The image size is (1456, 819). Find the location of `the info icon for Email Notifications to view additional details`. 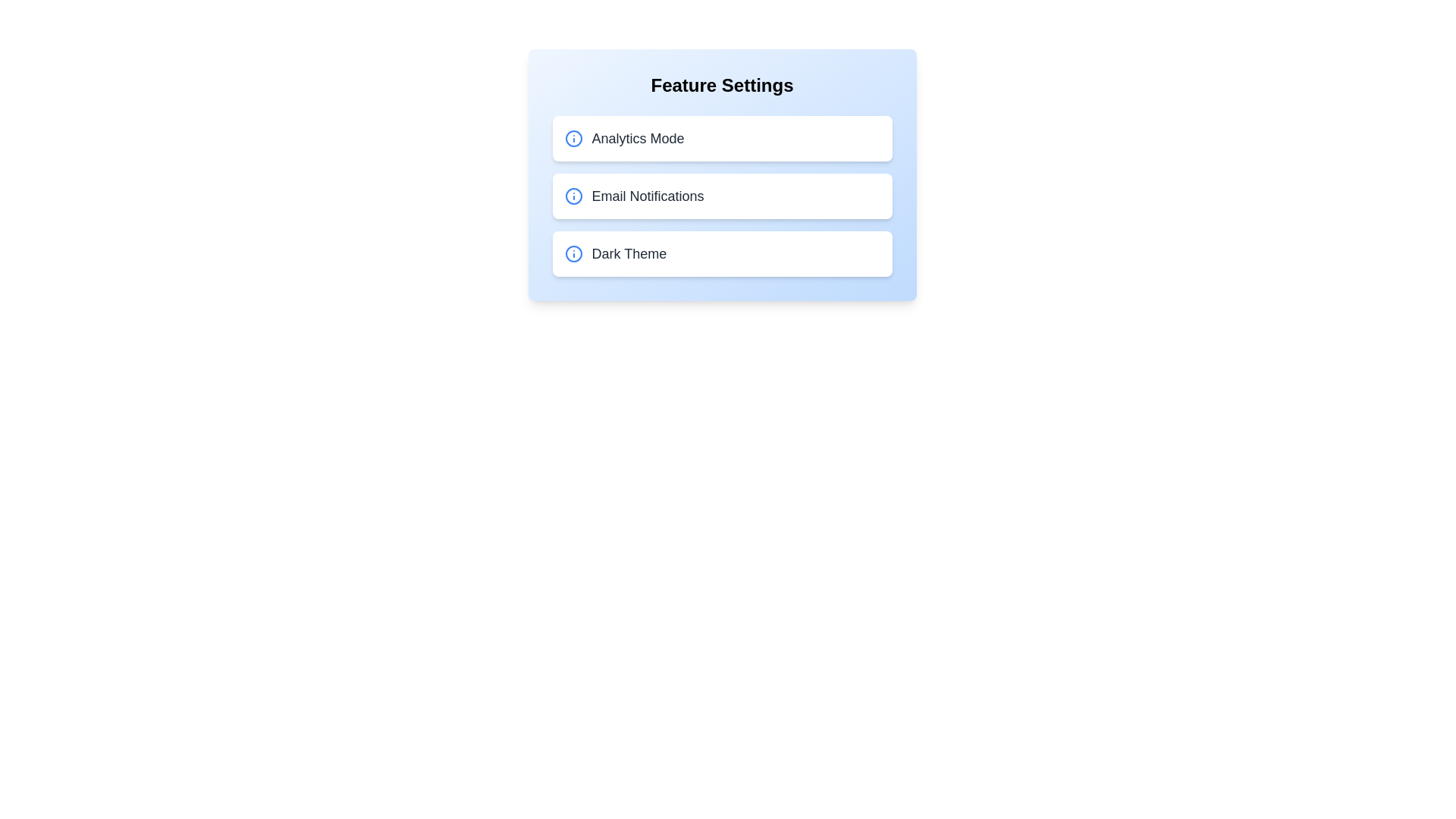

the info icon for Email Notifications to view additional details is located at coordinates (573, 195).